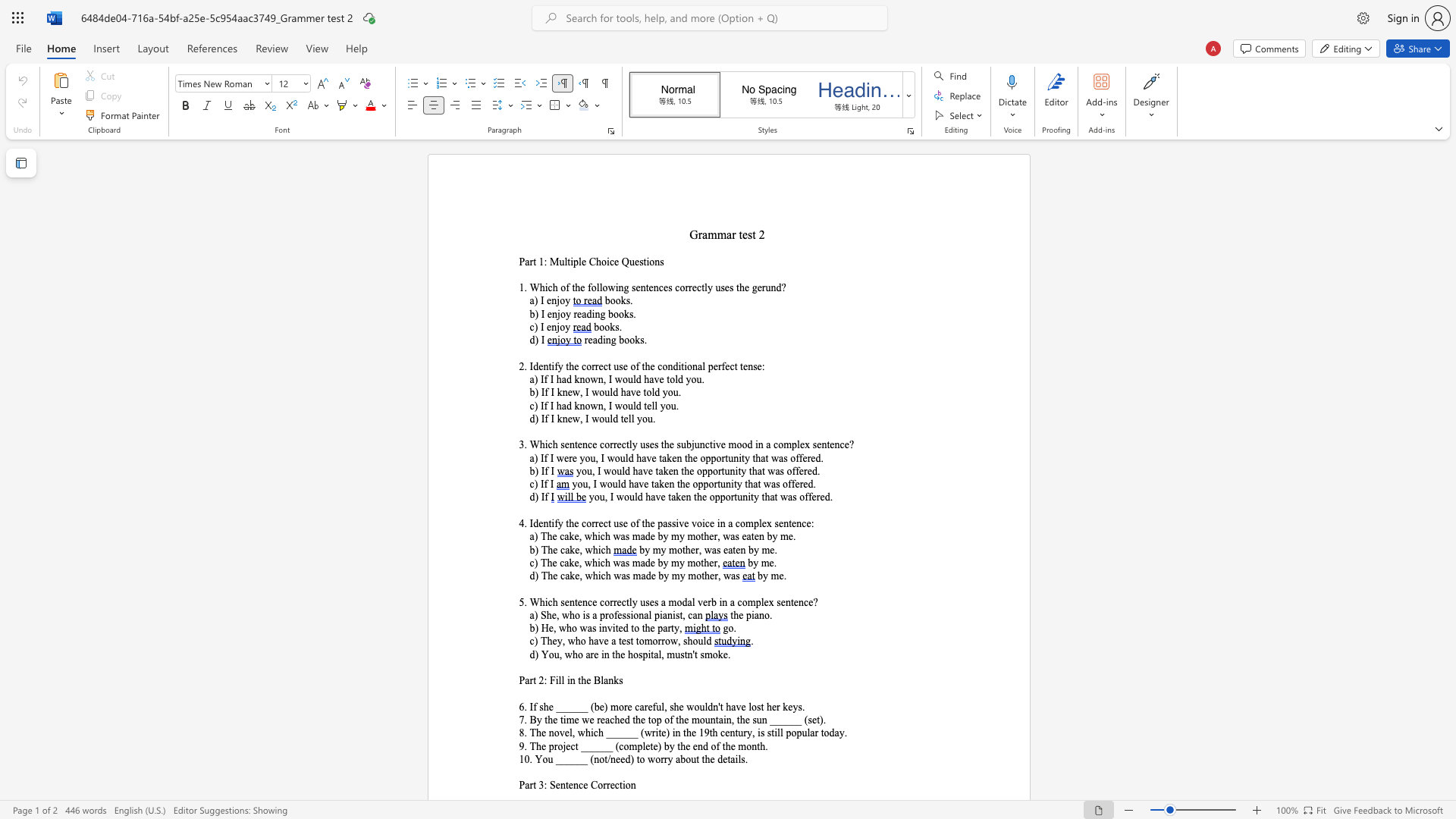  What do you see at coordinates (686, 641) in the screenshot?
I see `the subset text "hou" within the text "c) They, who have a test tomorrow, should"` at bounding box center [686, 641].